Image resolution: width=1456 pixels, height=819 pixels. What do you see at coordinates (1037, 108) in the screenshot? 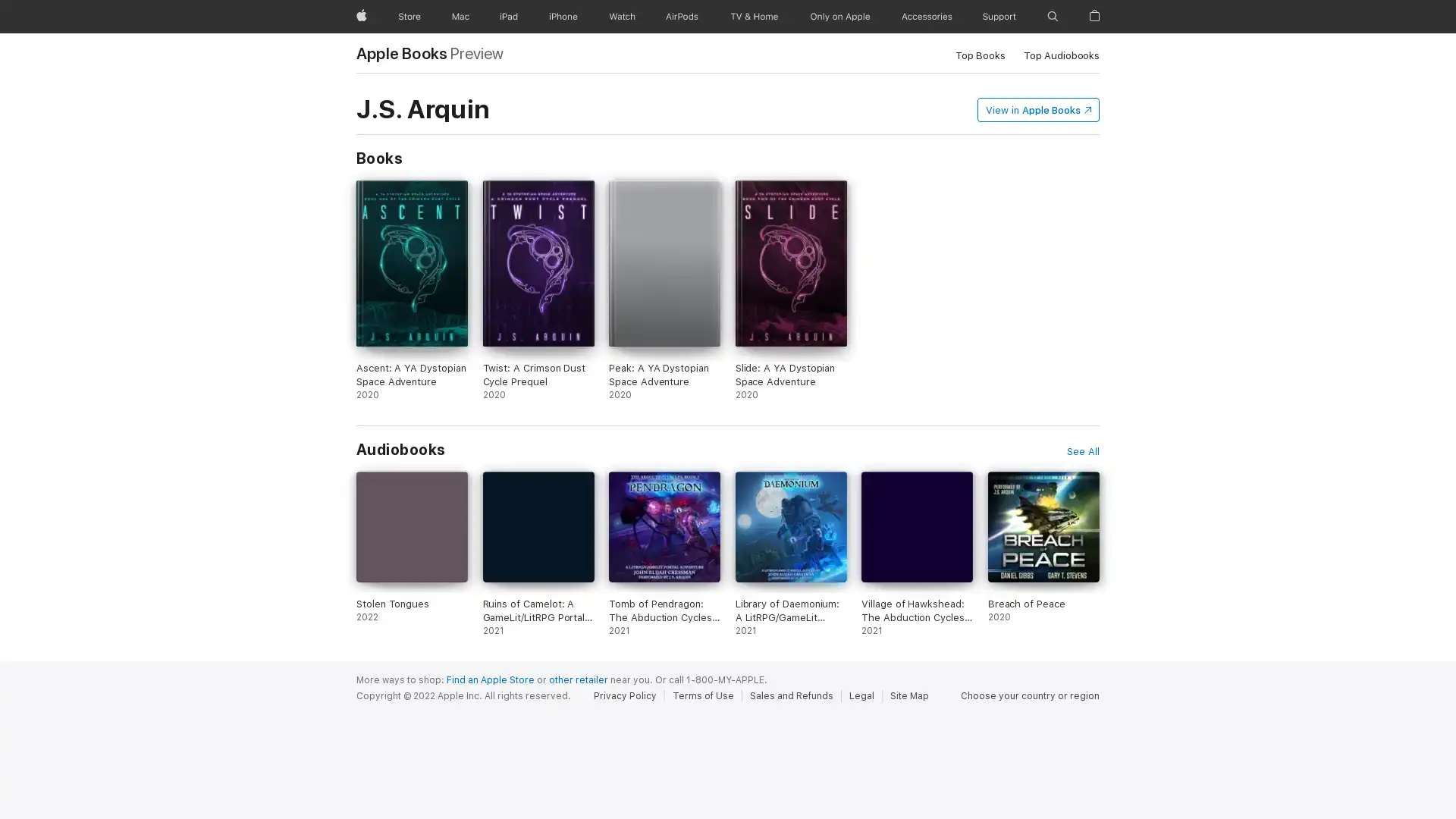
I see `View in Apple Books` at bounding box center [1037, 108].